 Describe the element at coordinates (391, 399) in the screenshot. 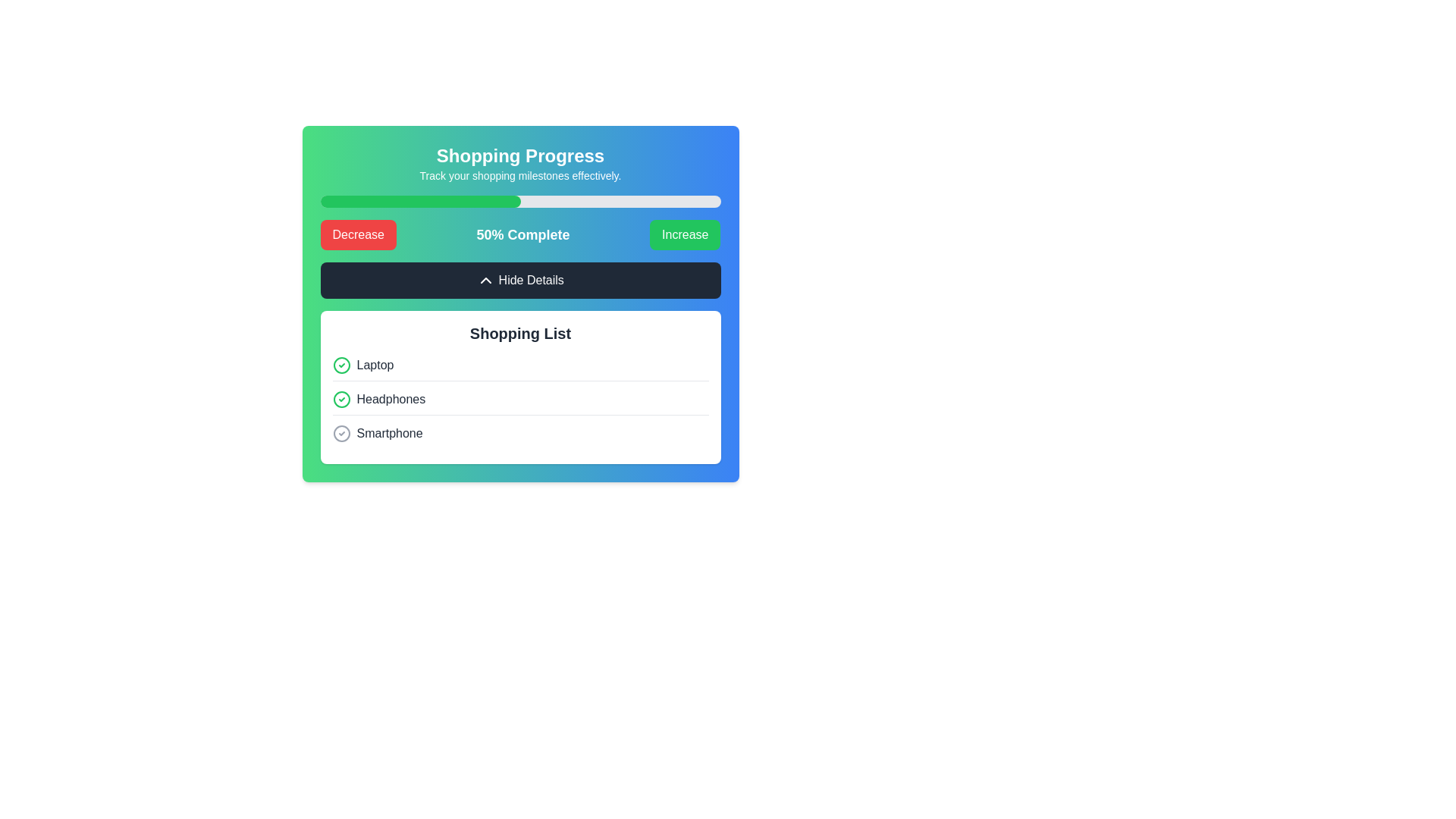

I see `the static text label for 'Headphones' in the shopping list, located under the header 'Shopping List' as the second item between 'Laptop' and 'Smartphone'` at that location.